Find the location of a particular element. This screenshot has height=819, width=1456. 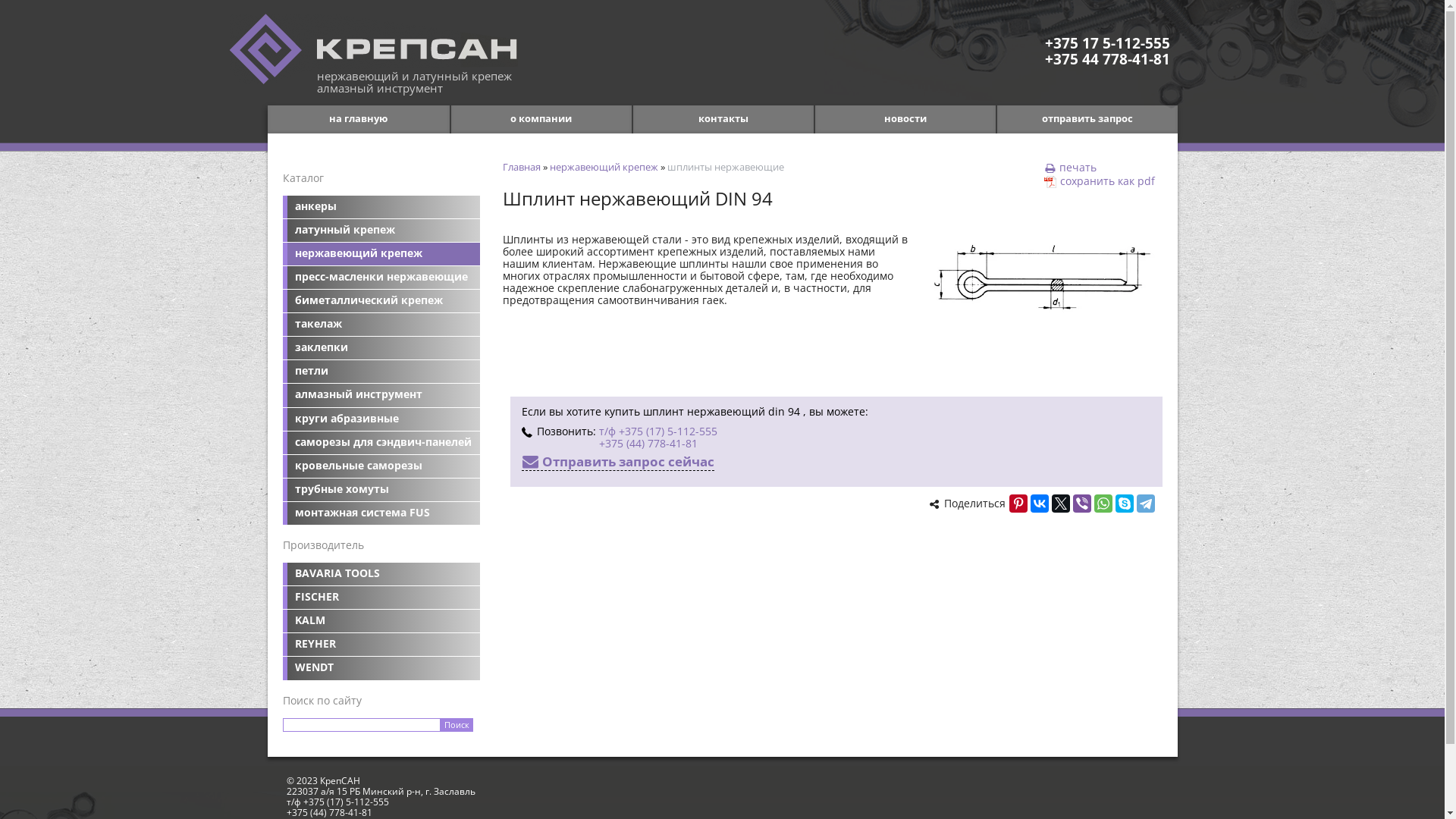

'WhatsApp' is located at coordinates (1103, 503).